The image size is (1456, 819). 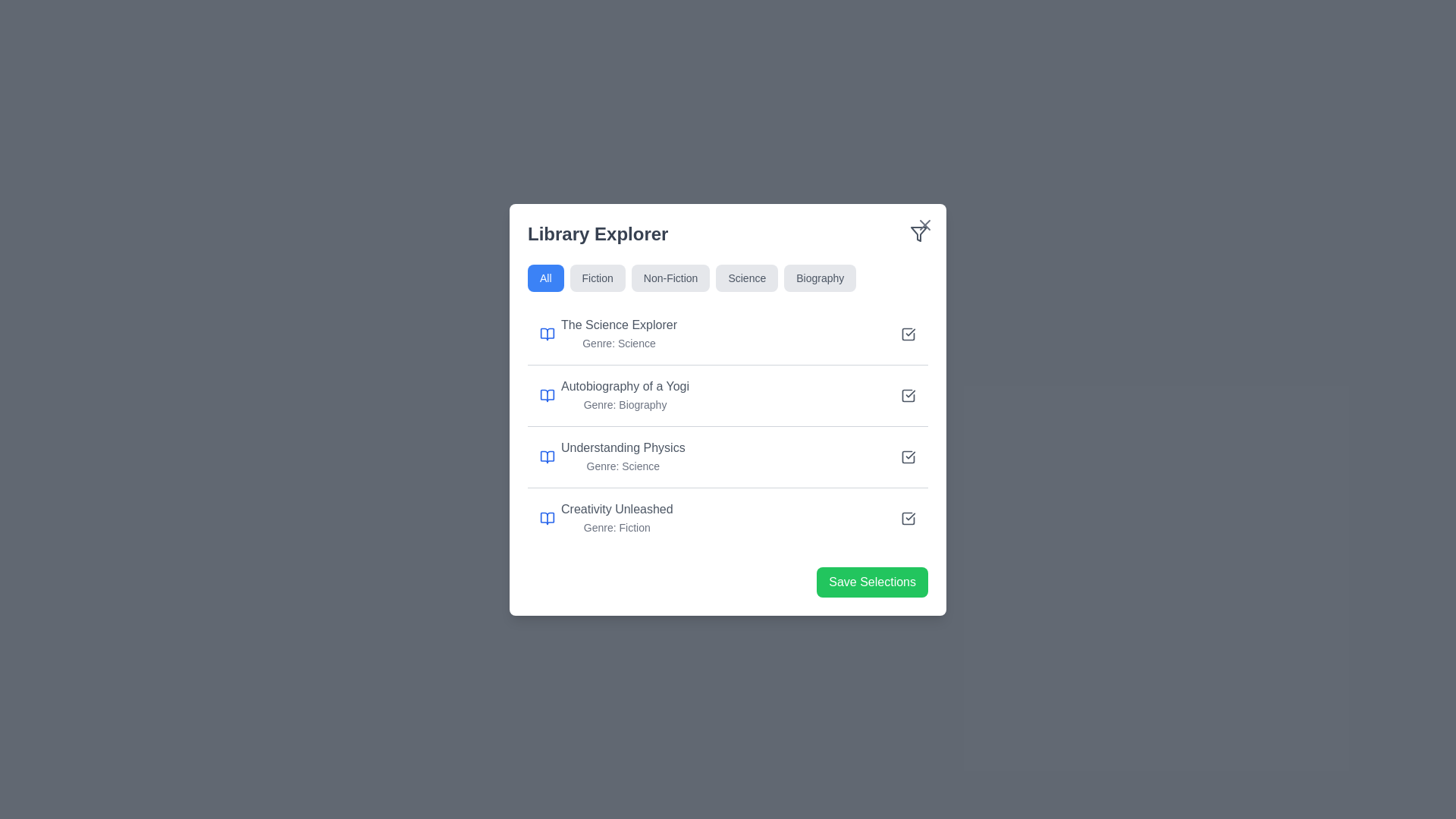 What do you see at coordinates (918, 234) in the screenshot?
I see `the triangular section of the filter icon located in the top-right corner of the library explorer dialog box` at bounding box center [918, 234].